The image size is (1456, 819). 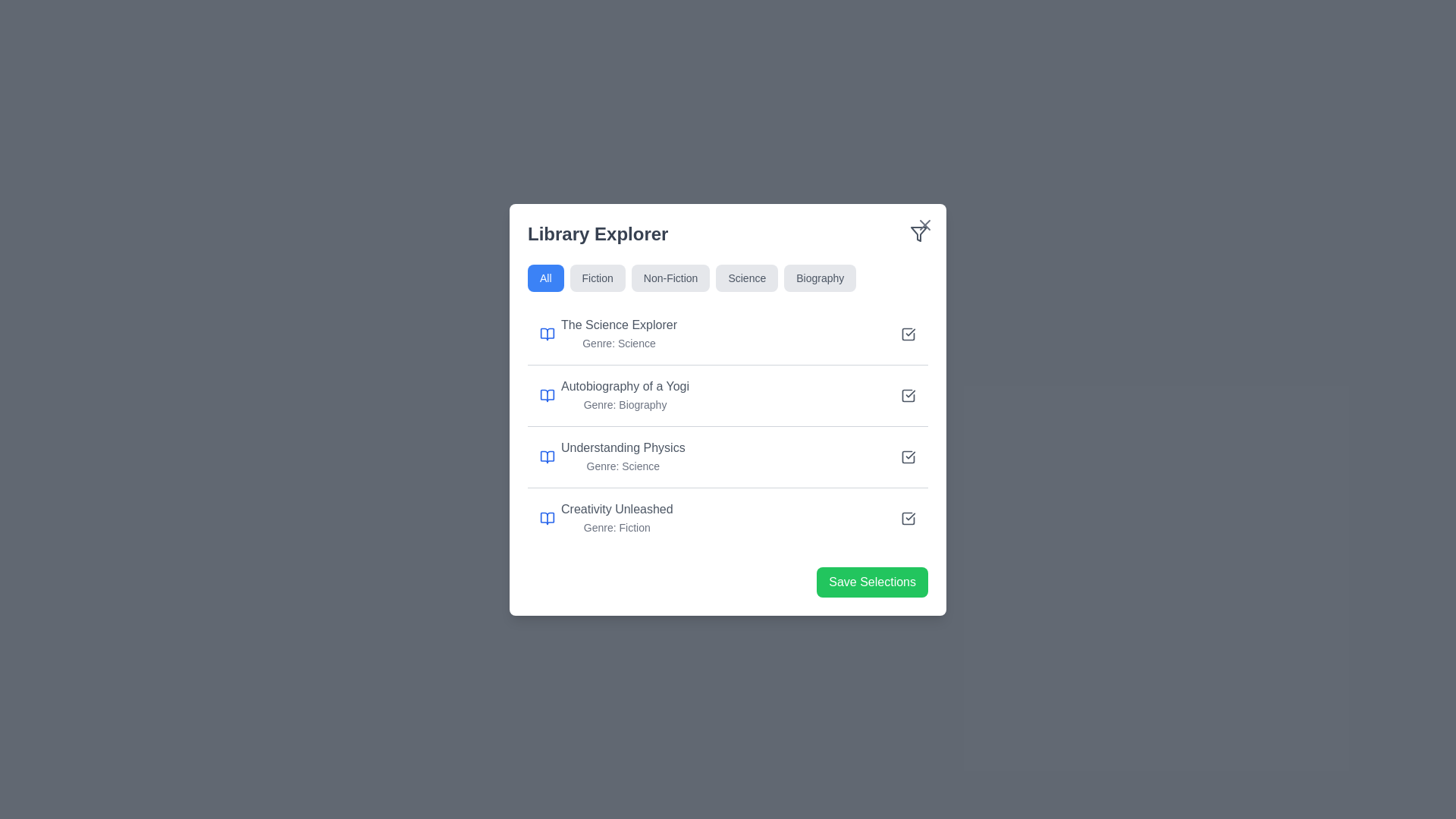 What do you see at coordinates (918, 234) in the screenshot?
I see `the triangular section of the filter icon located in the top-right corner of the library explorer dialog box` at bounding box center [918, 234].